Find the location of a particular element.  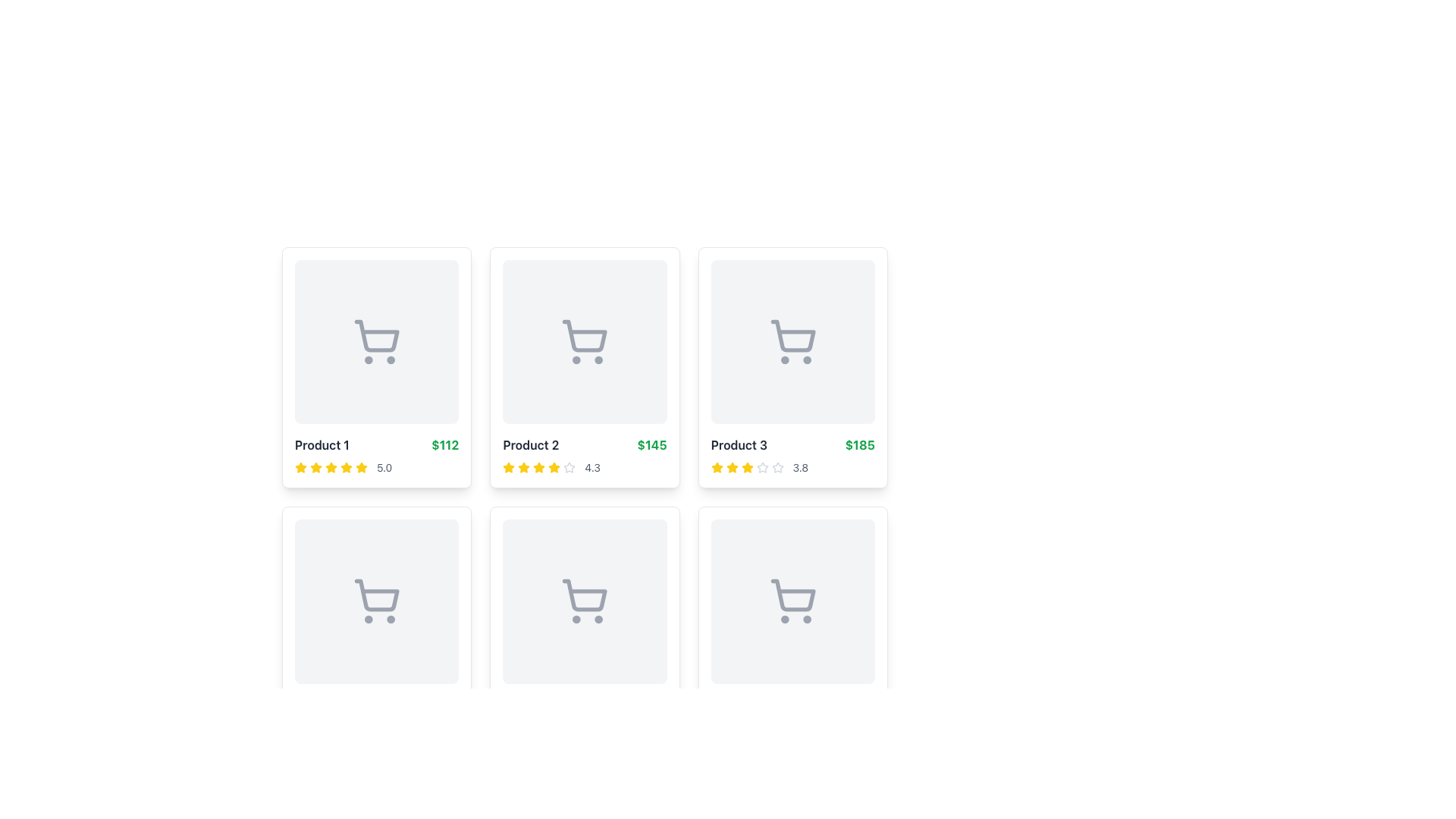

the first yellow star icon in the rating component for 'Product 1' is located at coordinates (301, 467).